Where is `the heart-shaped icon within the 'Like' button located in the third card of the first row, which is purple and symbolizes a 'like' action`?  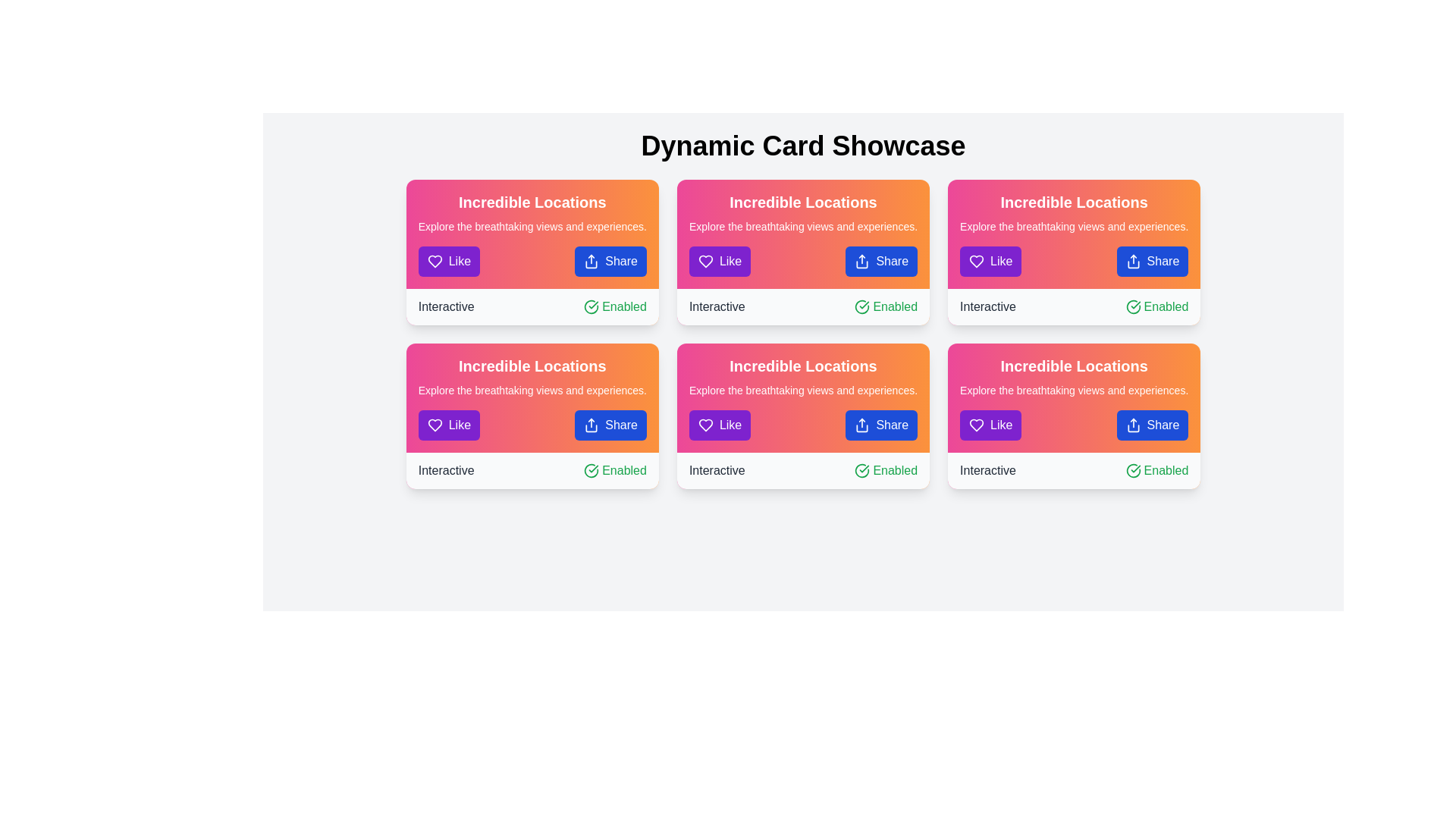 the heart-shaped icon within the 'Like' button located in the third card of the first row, which is purple and symbolizes a 'like' action is located at coordinates (977, 260).